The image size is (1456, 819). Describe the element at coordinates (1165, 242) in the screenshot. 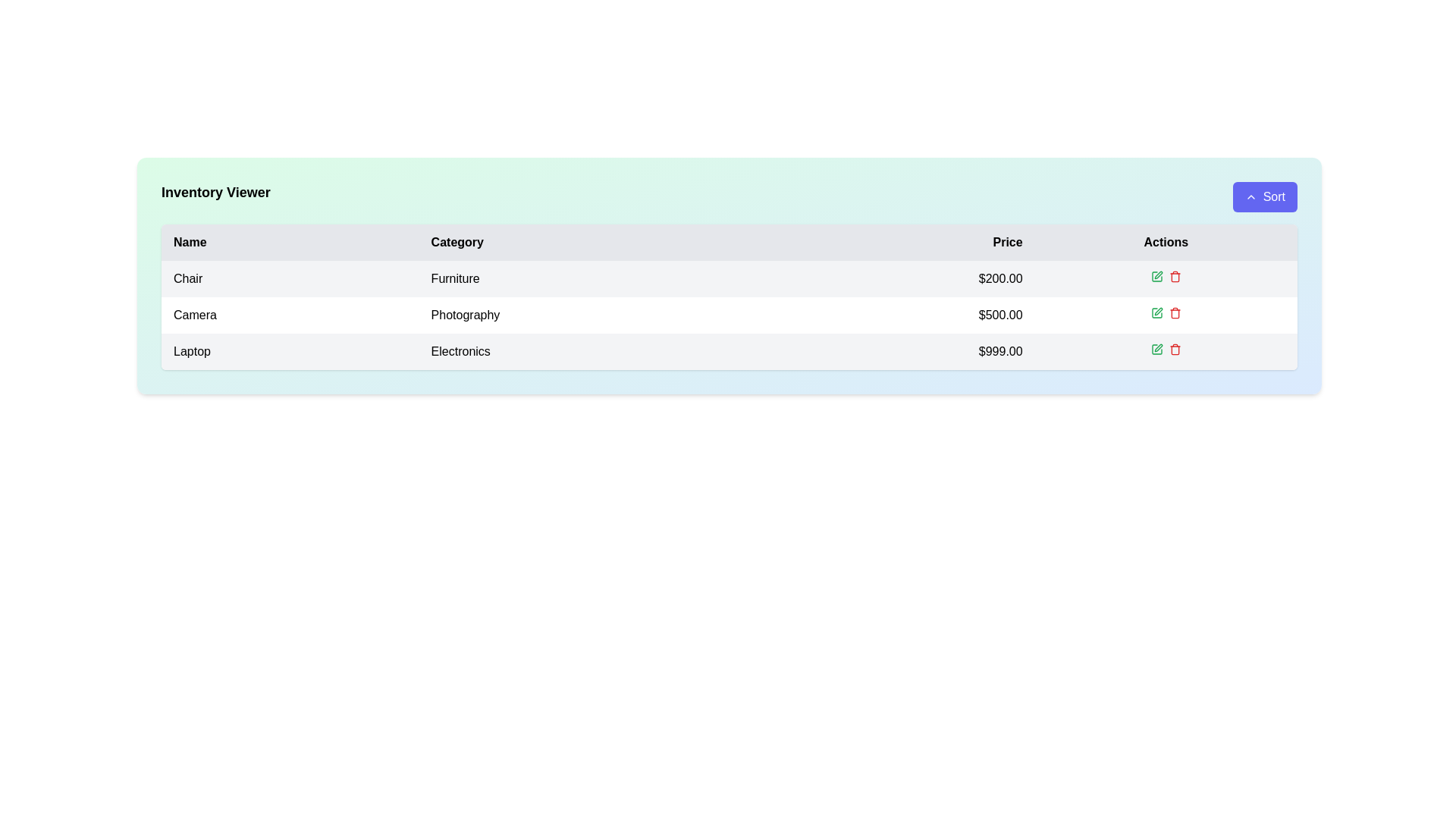

I see `the 'Actions' column header, which is the fourth and rightmost header in the row titled 'Name, Category, Price, Actions'` at that location.